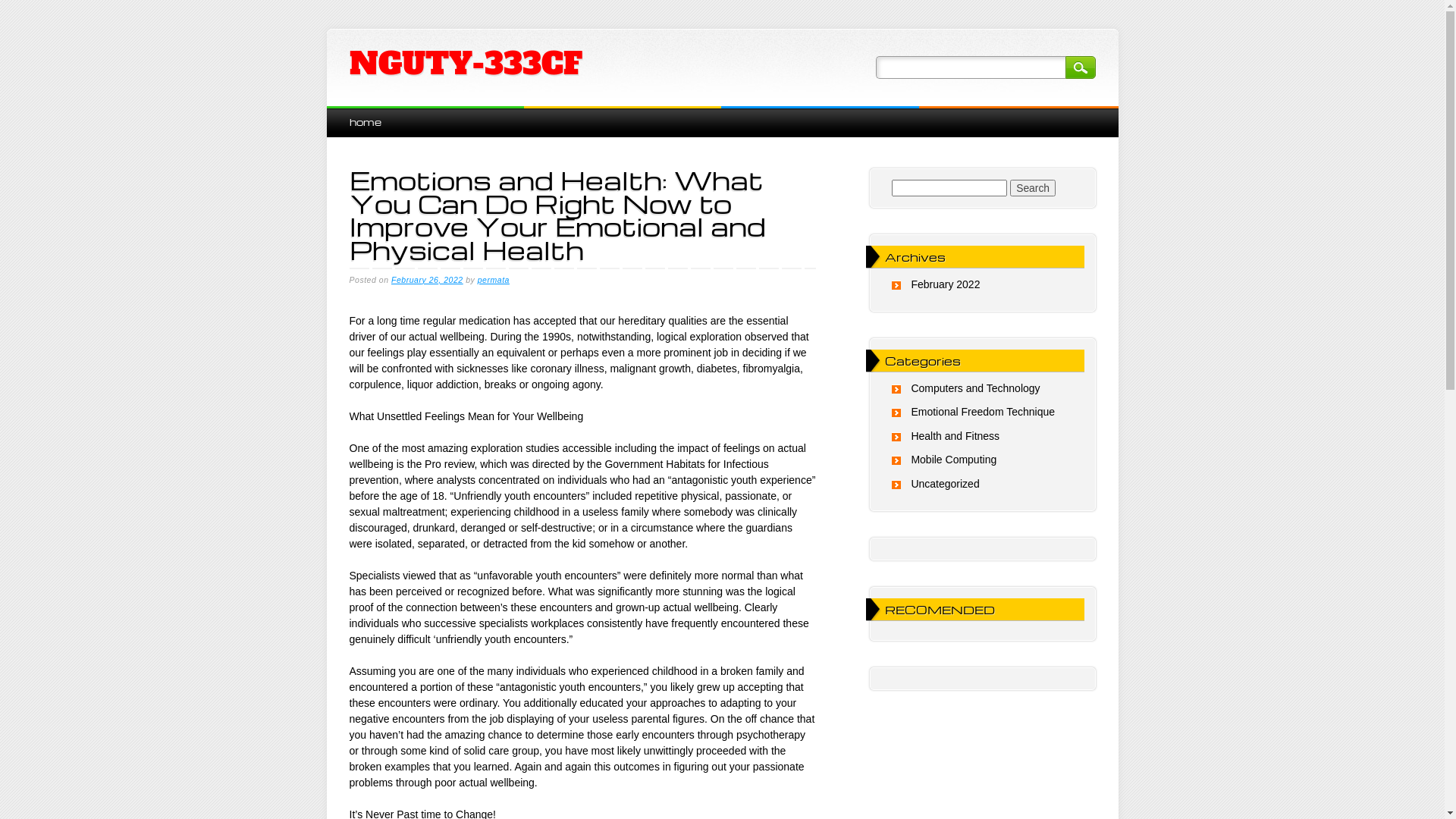  What do you see at coordinates (975, 388) in the screenshot?
I see `'Computers and Technology'` at bounding box center [975, 388].